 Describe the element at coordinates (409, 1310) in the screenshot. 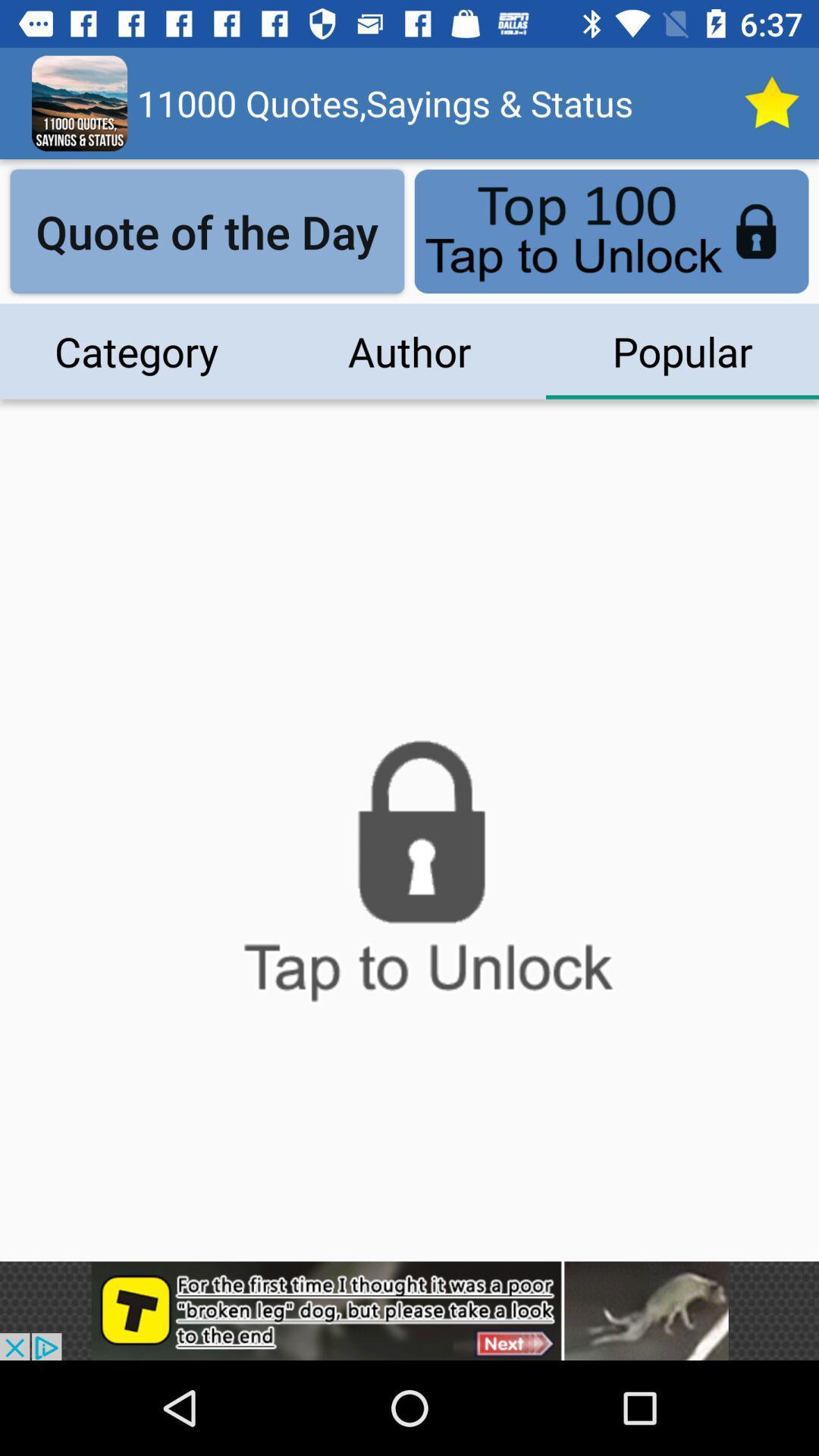

I see `click on the advertisement` at that location.